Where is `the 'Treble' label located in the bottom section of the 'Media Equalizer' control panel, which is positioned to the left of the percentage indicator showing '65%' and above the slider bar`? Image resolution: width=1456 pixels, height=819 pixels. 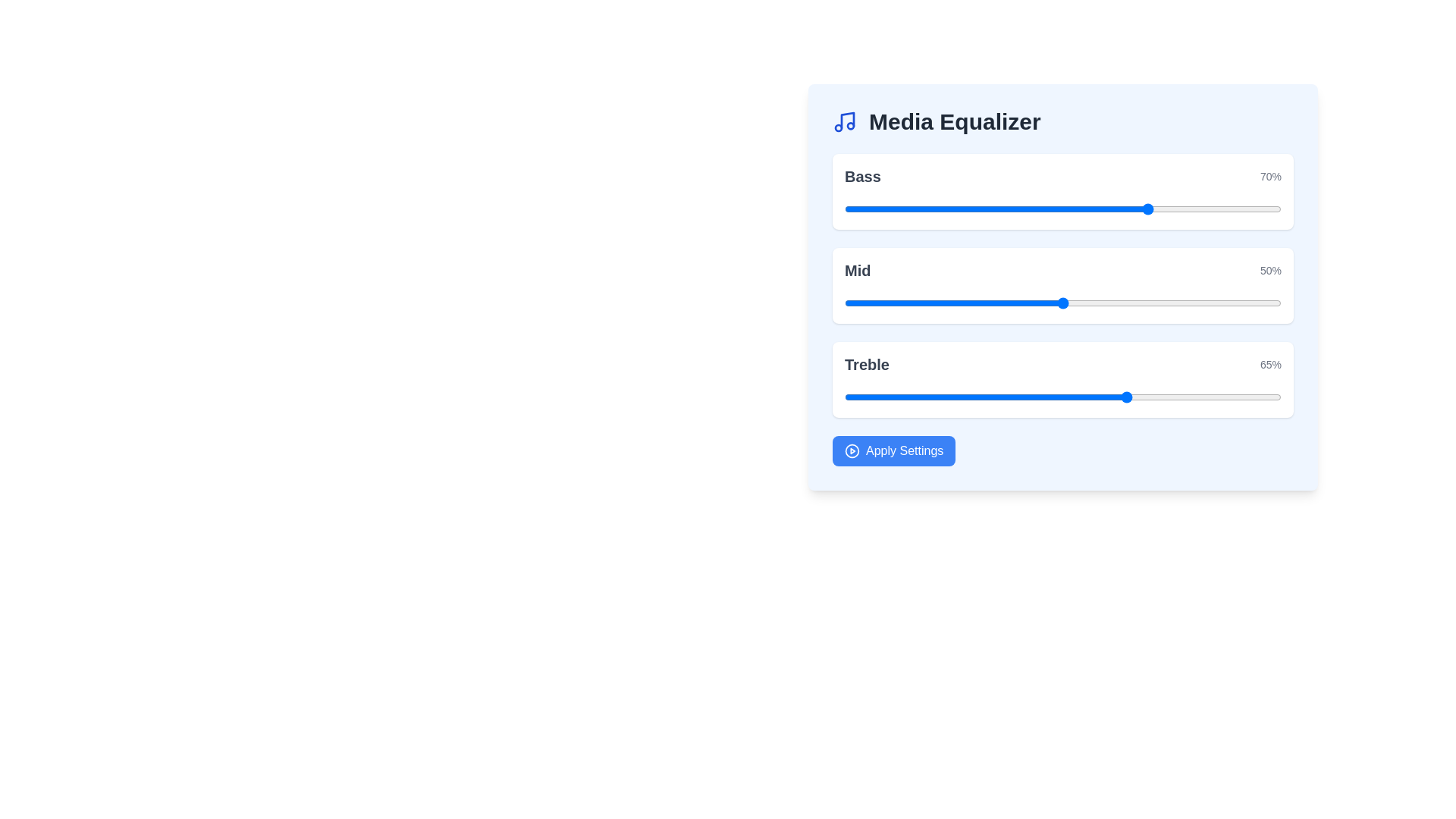
the 'Treble' label located in the bottom section of the 'Media Equalizer' control panel, which is positioned to the left of the percentage indicator showing '65%' and above the slider bar is located at coordinates (867, 365).